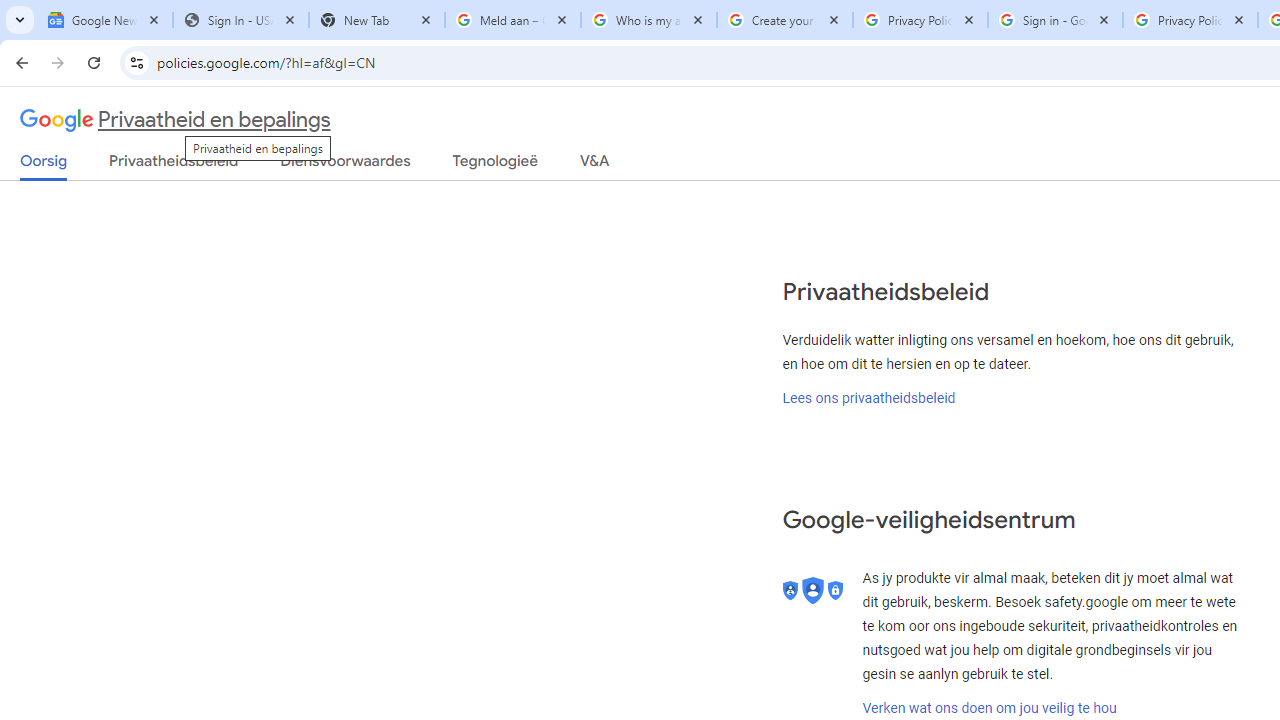 The width and height of the screenshot is (1280, 720). I want to click on 'Sign In - USA TODAY', so click(240, 20).